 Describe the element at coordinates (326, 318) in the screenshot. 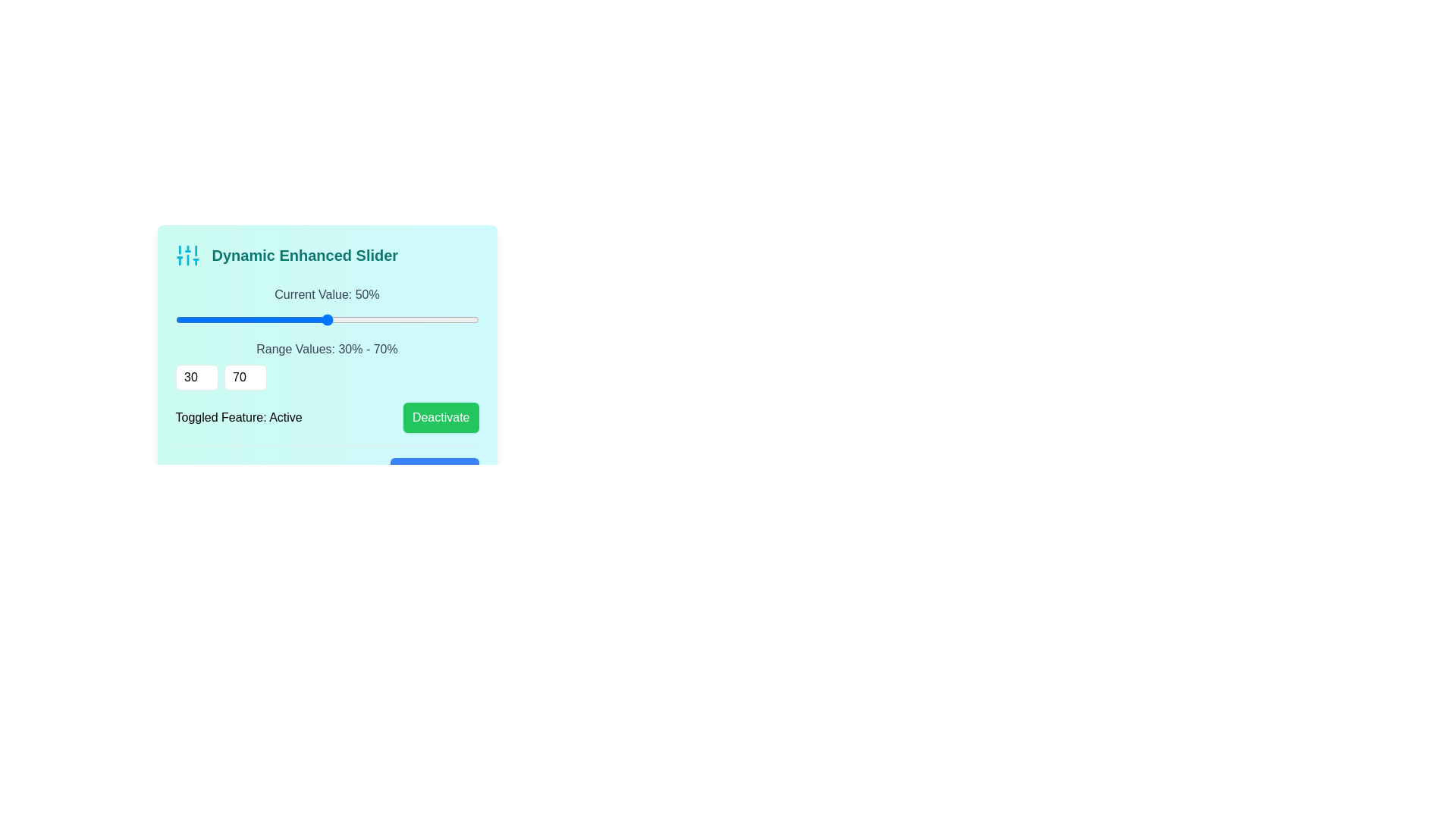

I see `the thumb of the slider located under the text 'Current Value: 50%'` at that location.